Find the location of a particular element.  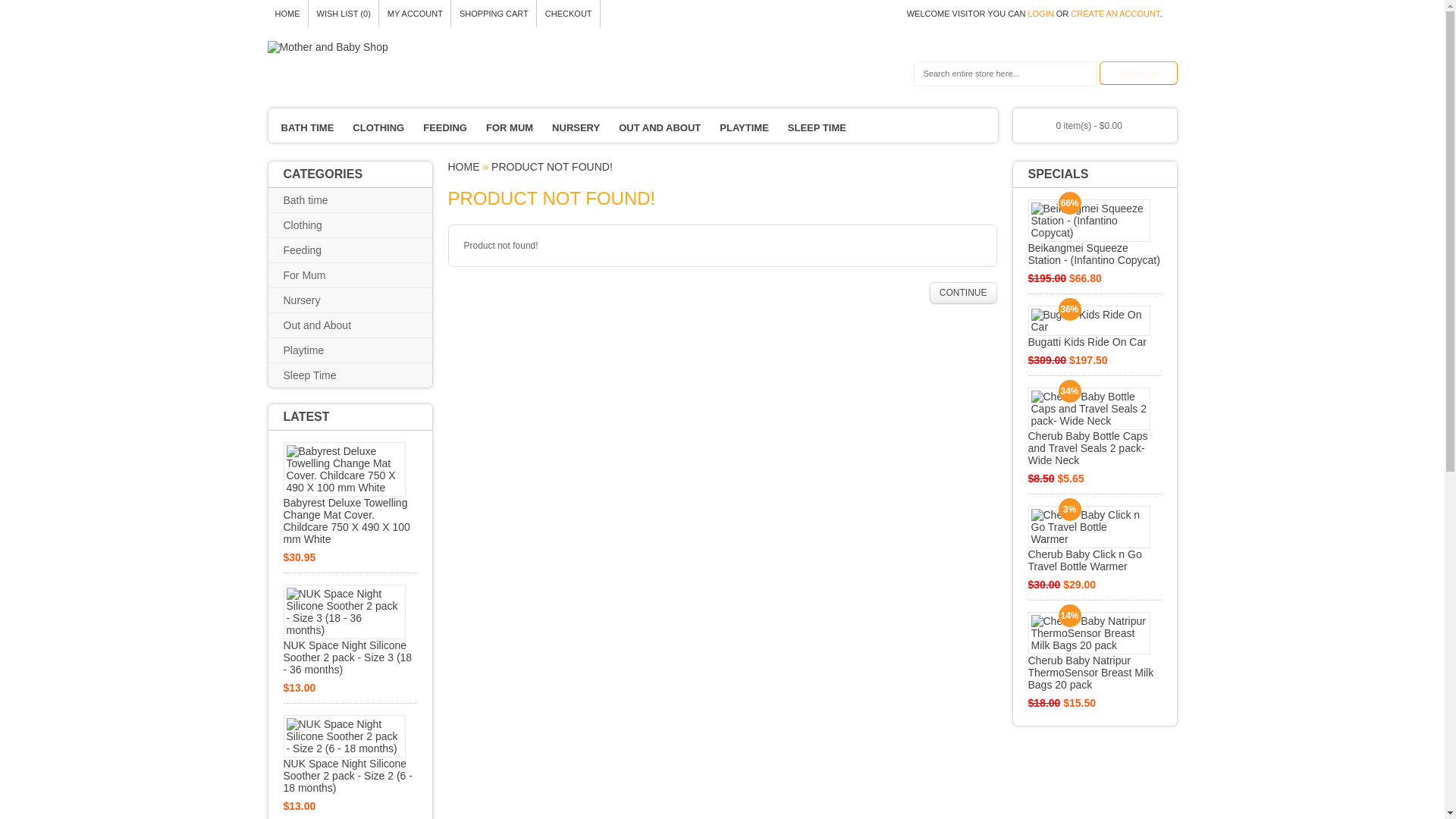

'Cherub Baby Click n Go Travel Bottle Warmer' is located at coordinates (1095, 538).